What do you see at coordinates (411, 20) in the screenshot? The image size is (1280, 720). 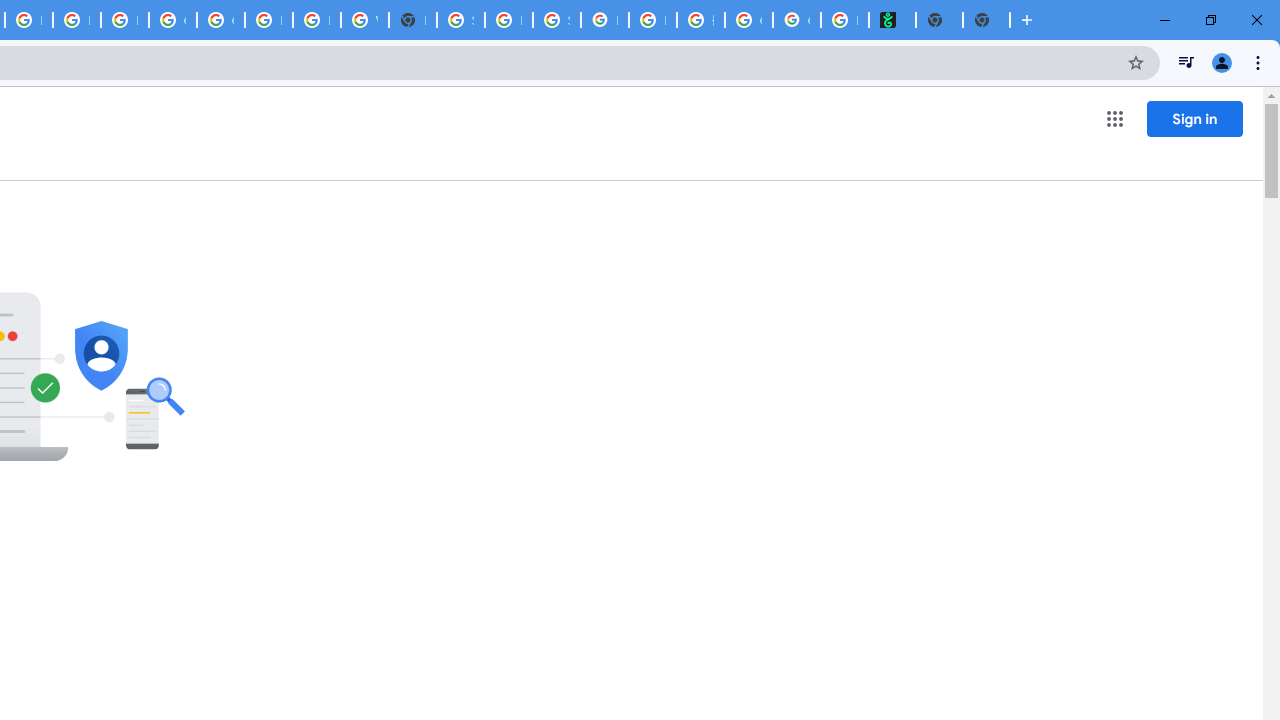 I see `'New Tab'` at bounding box center [411, 20].